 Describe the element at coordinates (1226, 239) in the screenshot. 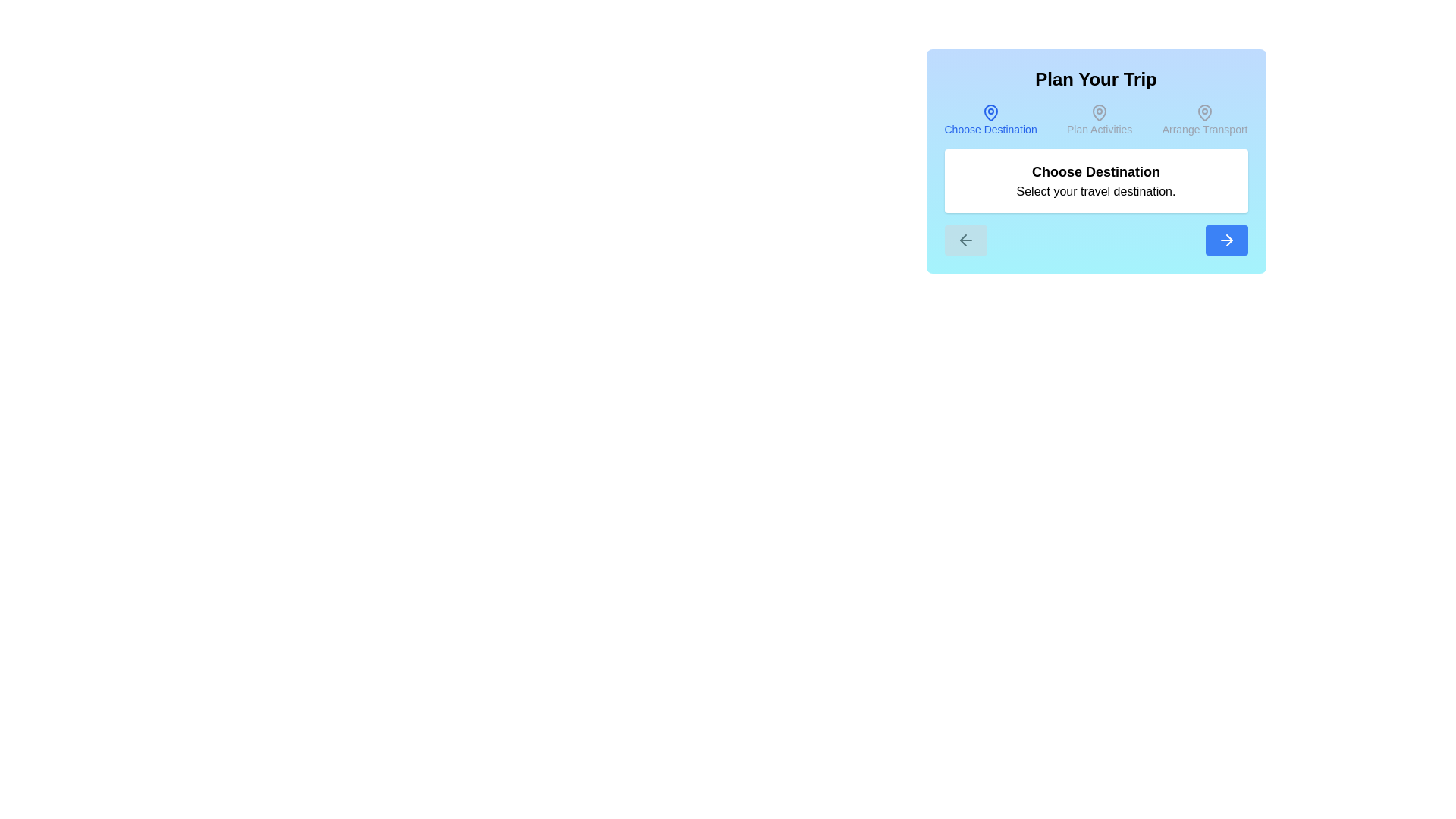

I see `right arrow button to advance to the next step` at that location.